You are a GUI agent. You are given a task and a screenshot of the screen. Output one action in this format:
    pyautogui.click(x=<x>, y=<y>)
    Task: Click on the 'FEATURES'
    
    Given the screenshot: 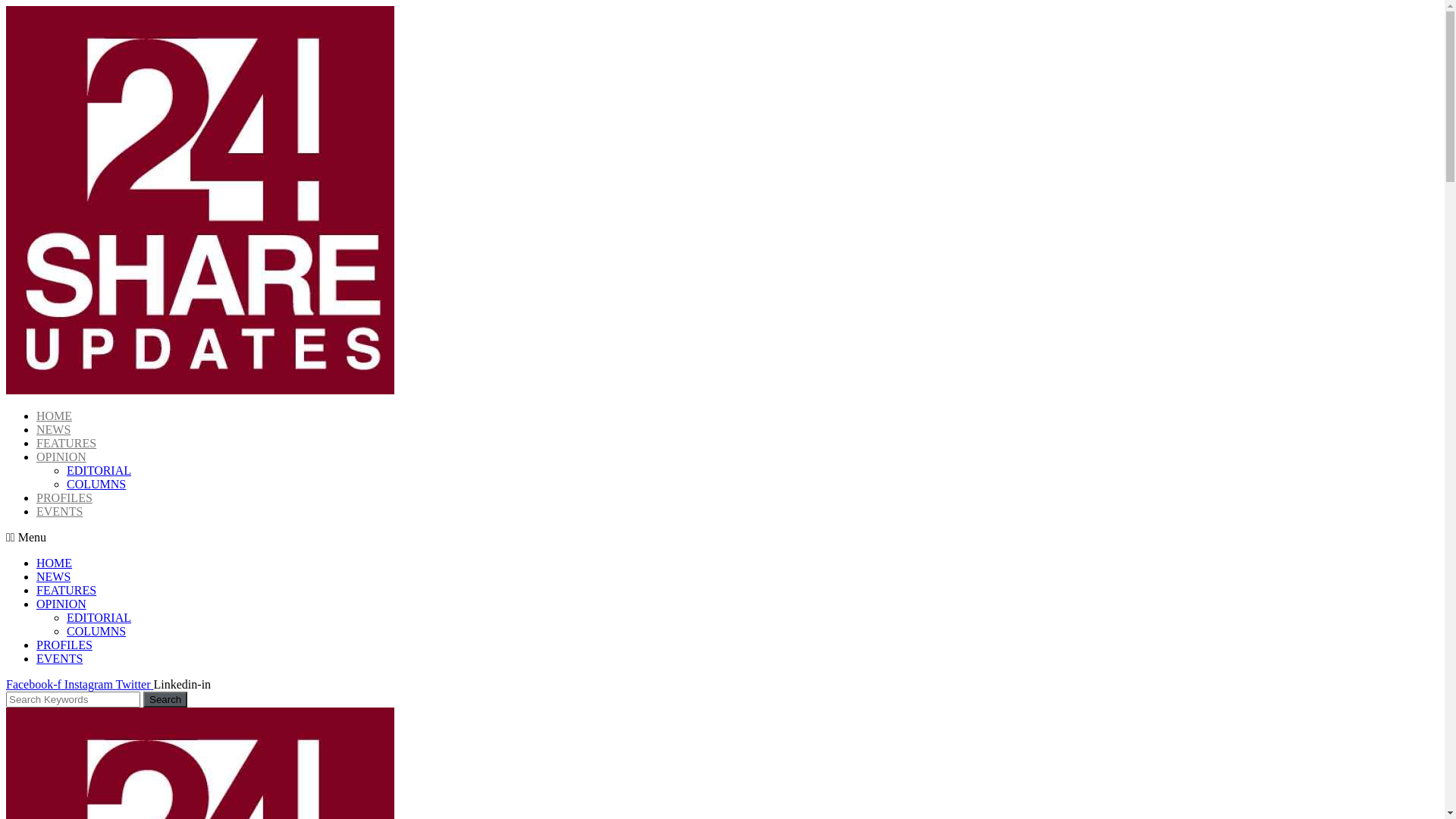 What is the action you would take?
    pyautogui.click(x=36, y=589)
    